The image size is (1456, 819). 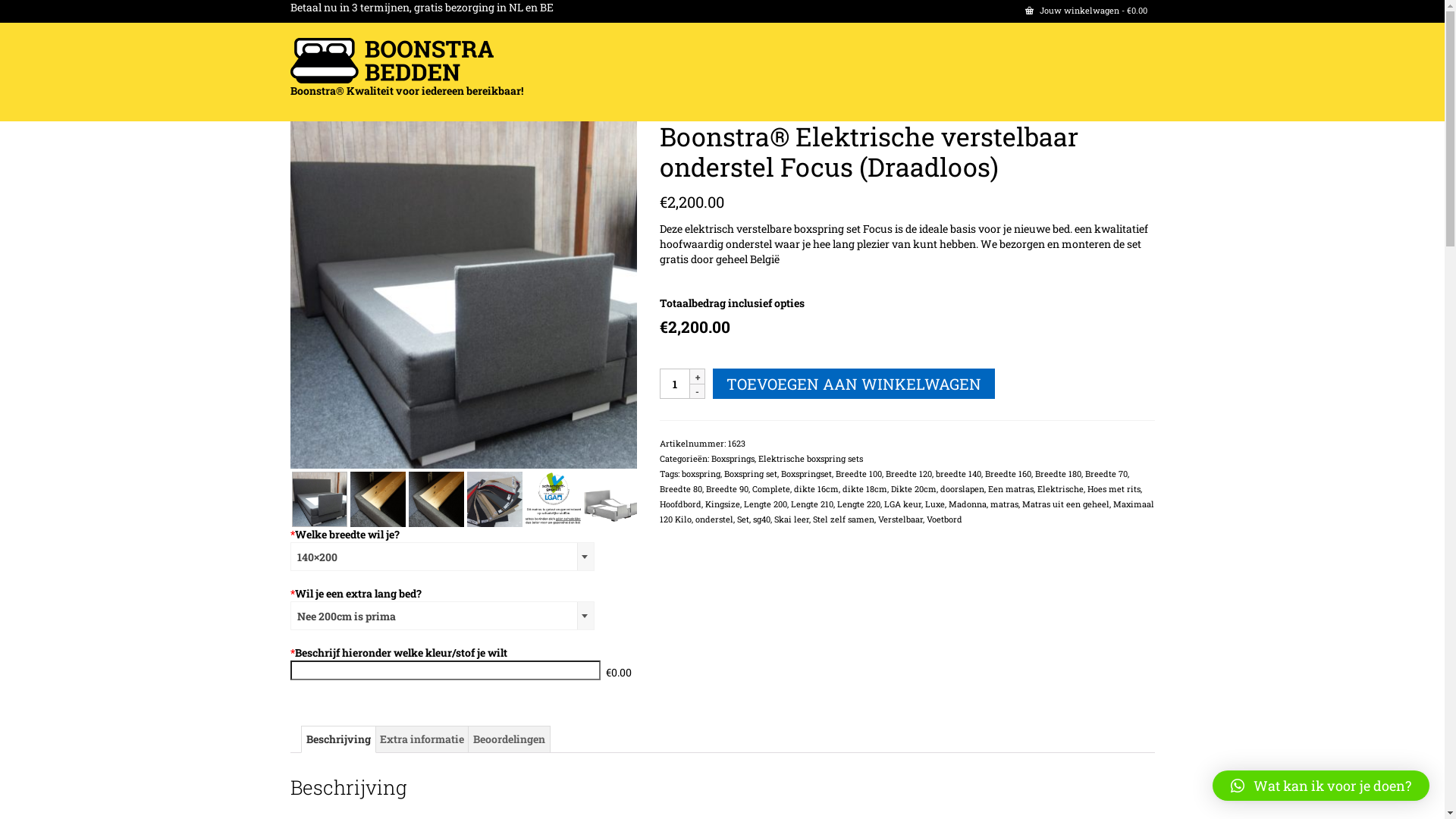 What do you see at coordinates (864, 488) in the screenshot?
I see `'dikte 18cm'` at bounding box center [864, 488].